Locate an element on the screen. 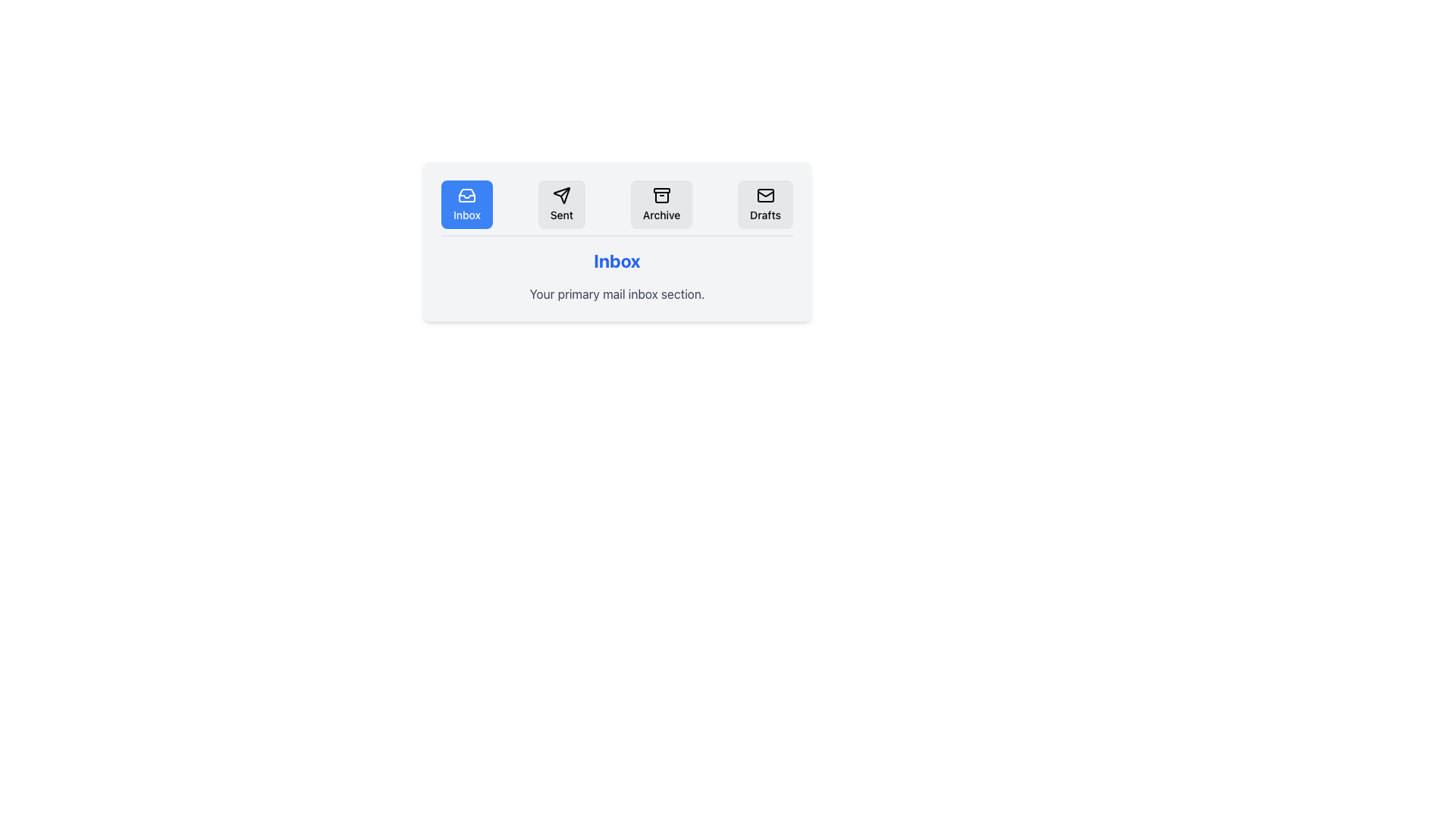 The image size is (1456, 819). the navigational button for accessing the 'Drafts' section of the application to redirect to the drafts page is located at coordinates (764, 205).